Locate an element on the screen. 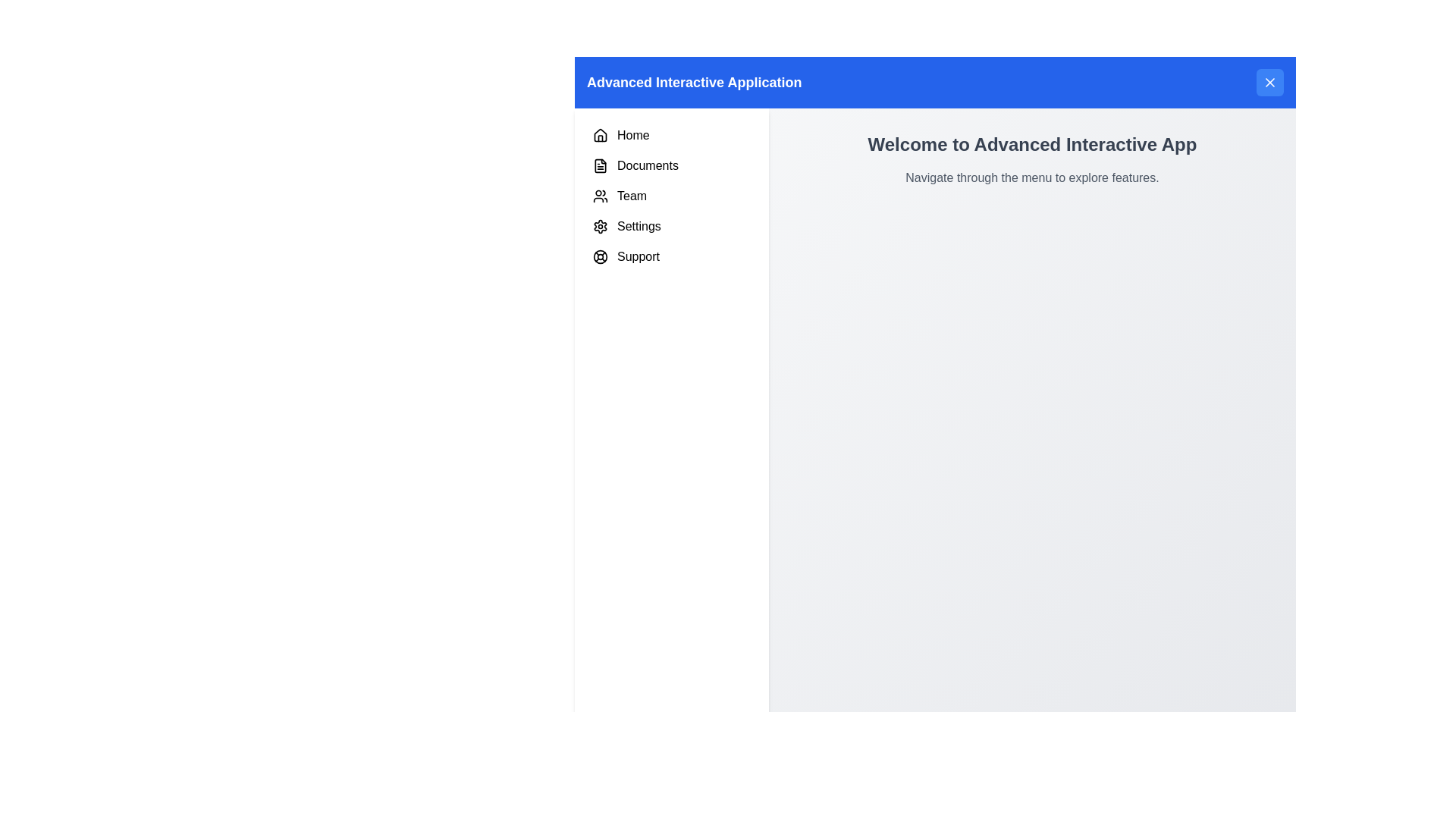 This screenshot has height=819, width=1456. the 'Support' icon located at the bottom of the left sidebar menu is located at coordinates (600, 256).